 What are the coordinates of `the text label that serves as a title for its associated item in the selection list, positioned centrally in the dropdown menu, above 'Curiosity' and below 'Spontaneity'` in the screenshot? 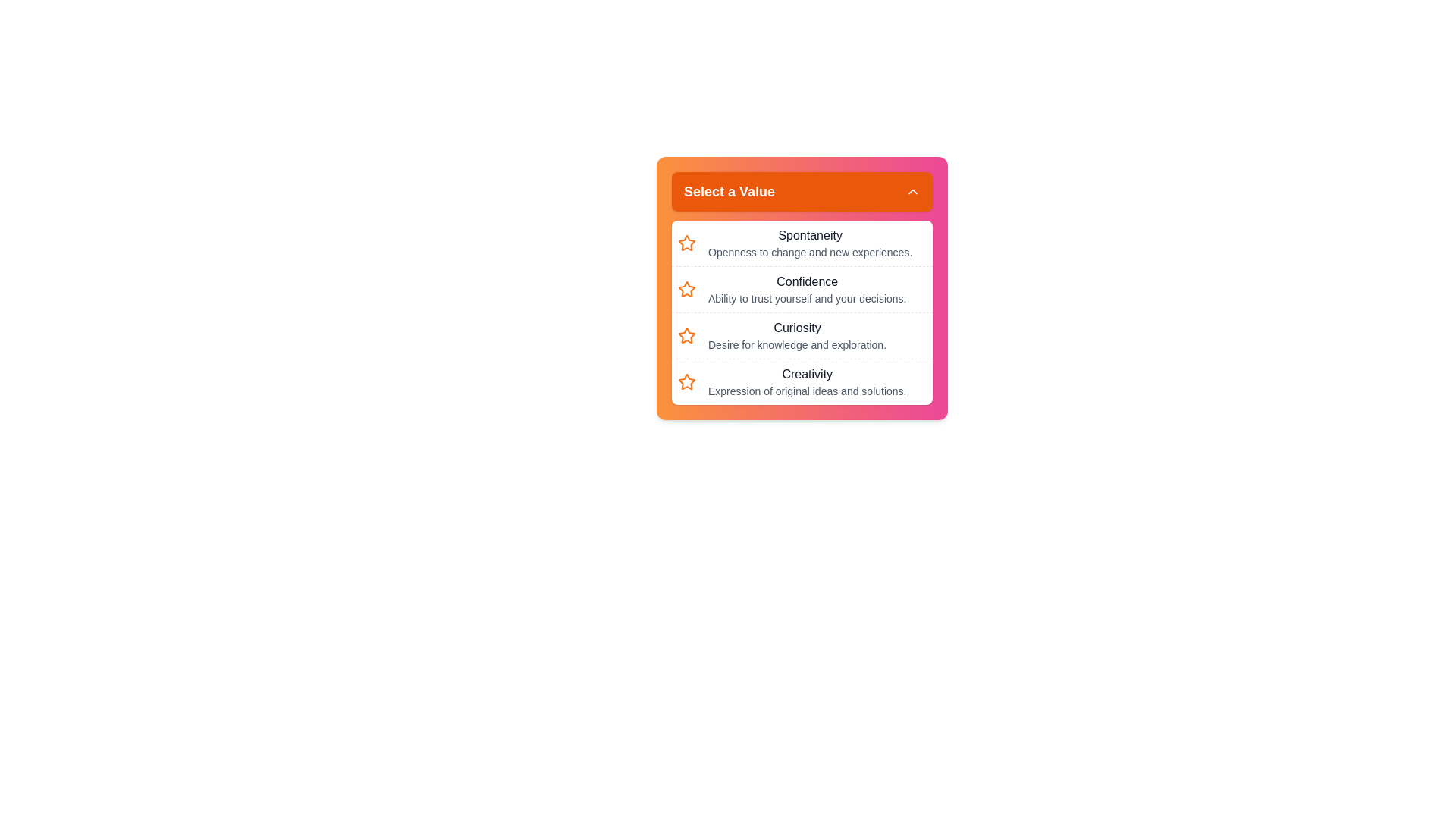 It's located at (806, 281).